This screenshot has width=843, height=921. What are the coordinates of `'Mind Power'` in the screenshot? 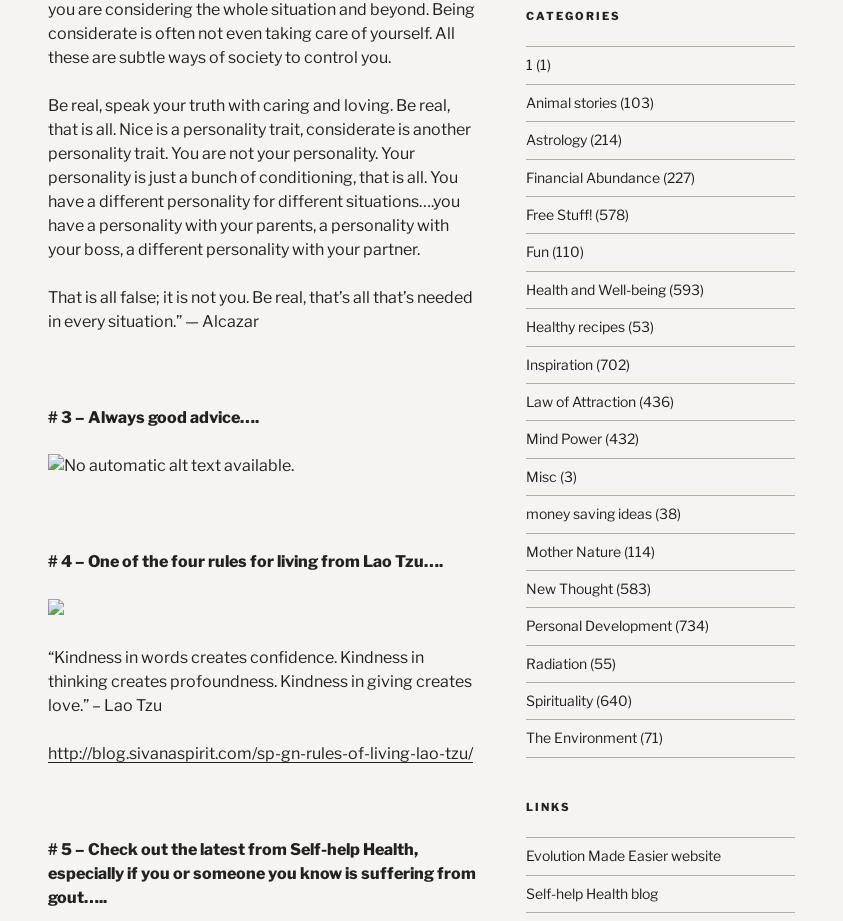 It's located at (562, 438).